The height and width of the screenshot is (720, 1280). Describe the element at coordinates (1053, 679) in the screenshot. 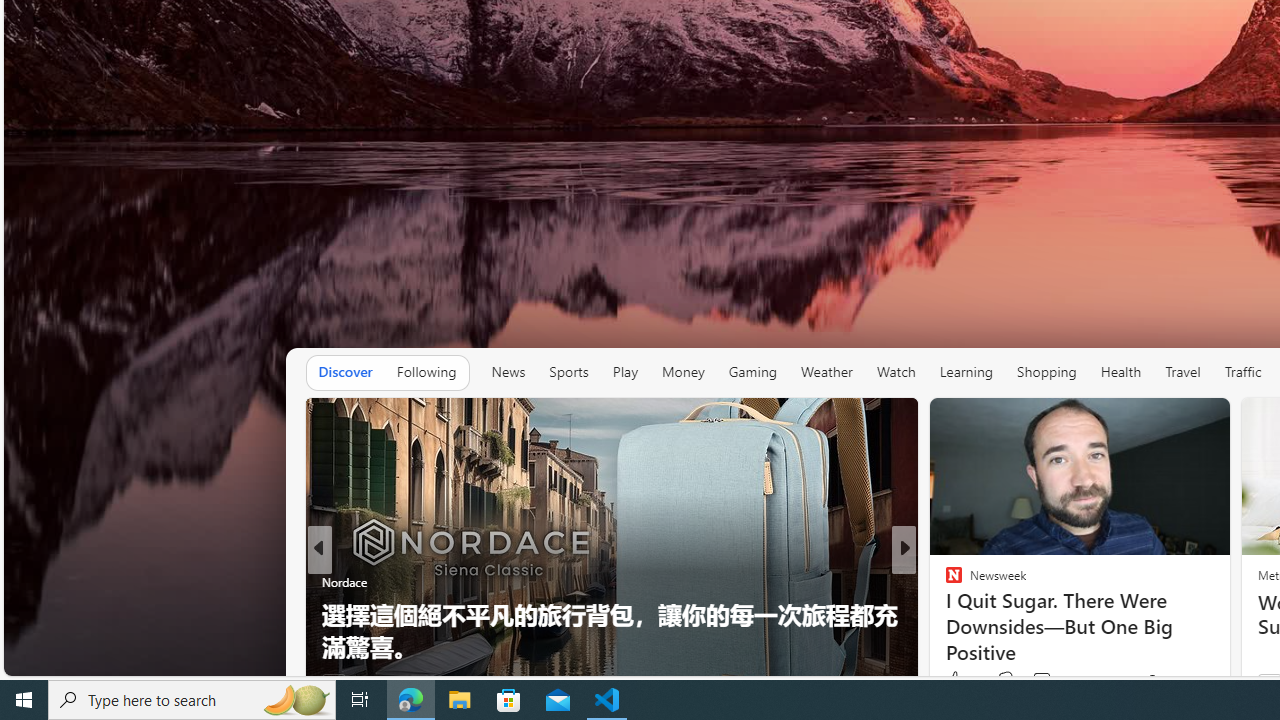

I see `'View comments 116 Comment'` at that location.